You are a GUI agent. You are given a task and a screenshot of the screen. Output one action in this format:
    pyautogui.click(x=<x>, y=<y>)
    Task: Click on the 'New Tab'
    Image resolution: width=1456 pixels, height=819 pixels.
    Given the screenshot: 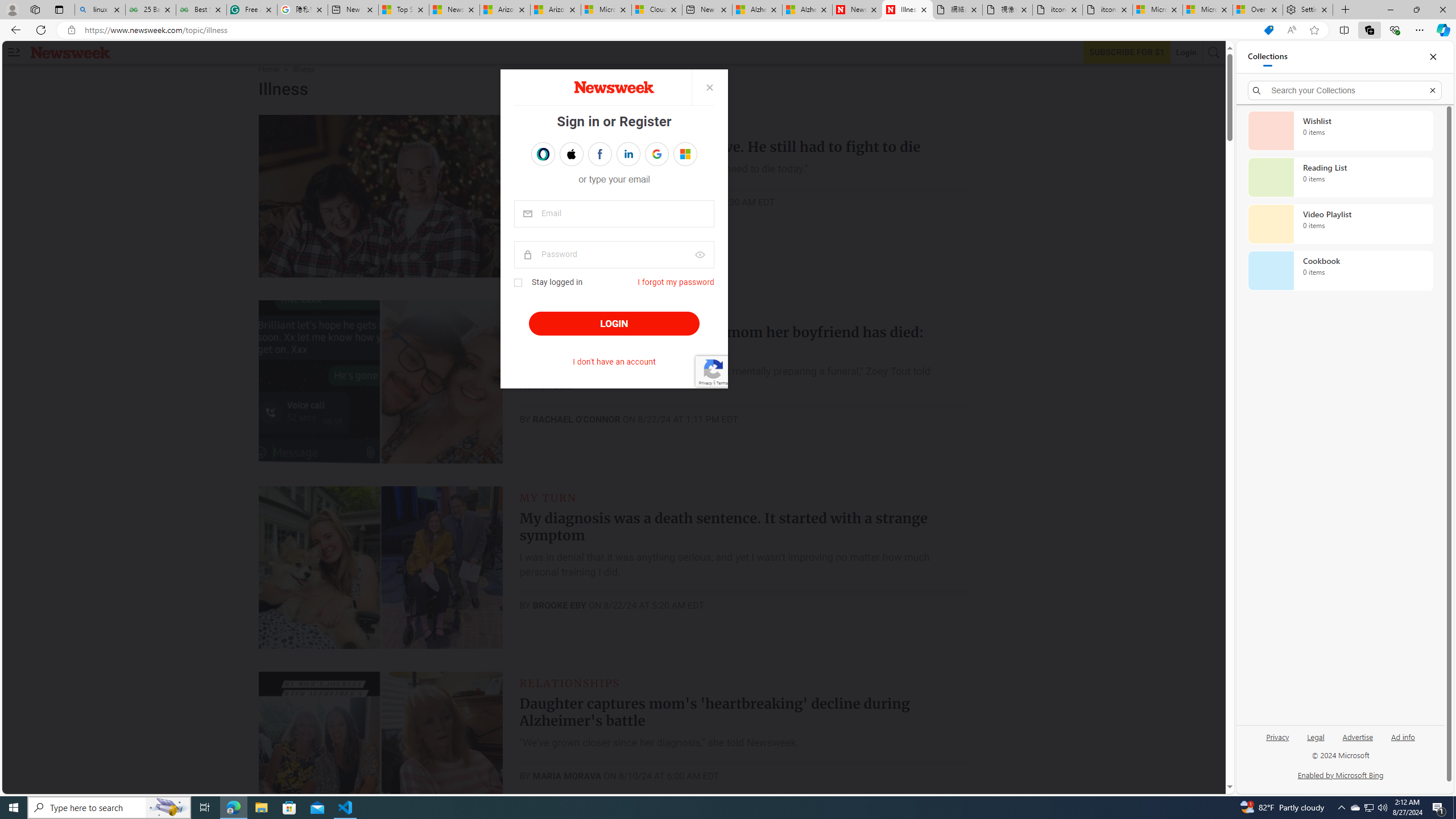 What is the action you would take?
    pyautogui.click(x=1345, y=9)
    